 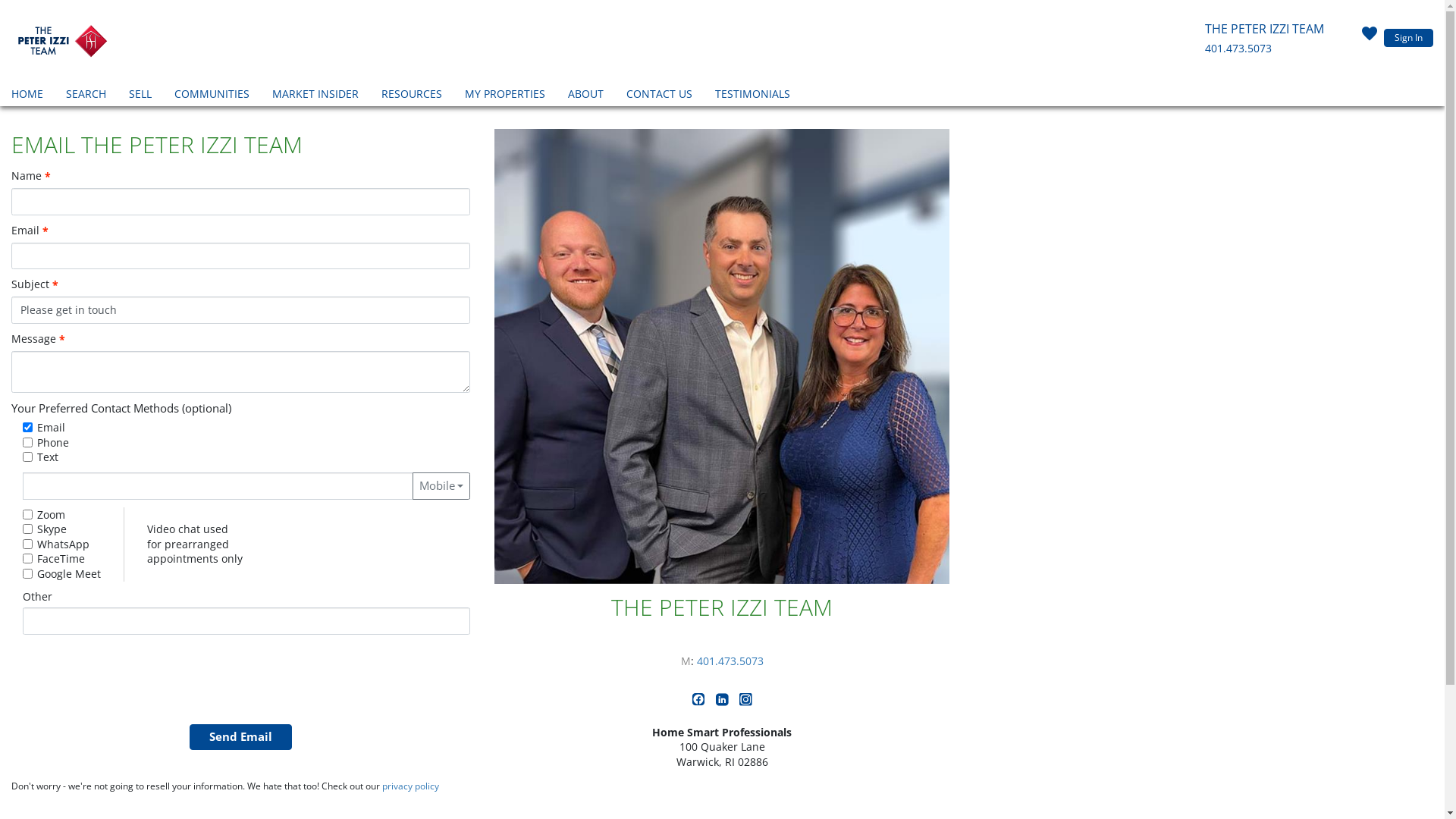 What do you see at coordinates (745, 701) in the screenshot?
I see `'Instagram'` at bounding box center [745, 701].